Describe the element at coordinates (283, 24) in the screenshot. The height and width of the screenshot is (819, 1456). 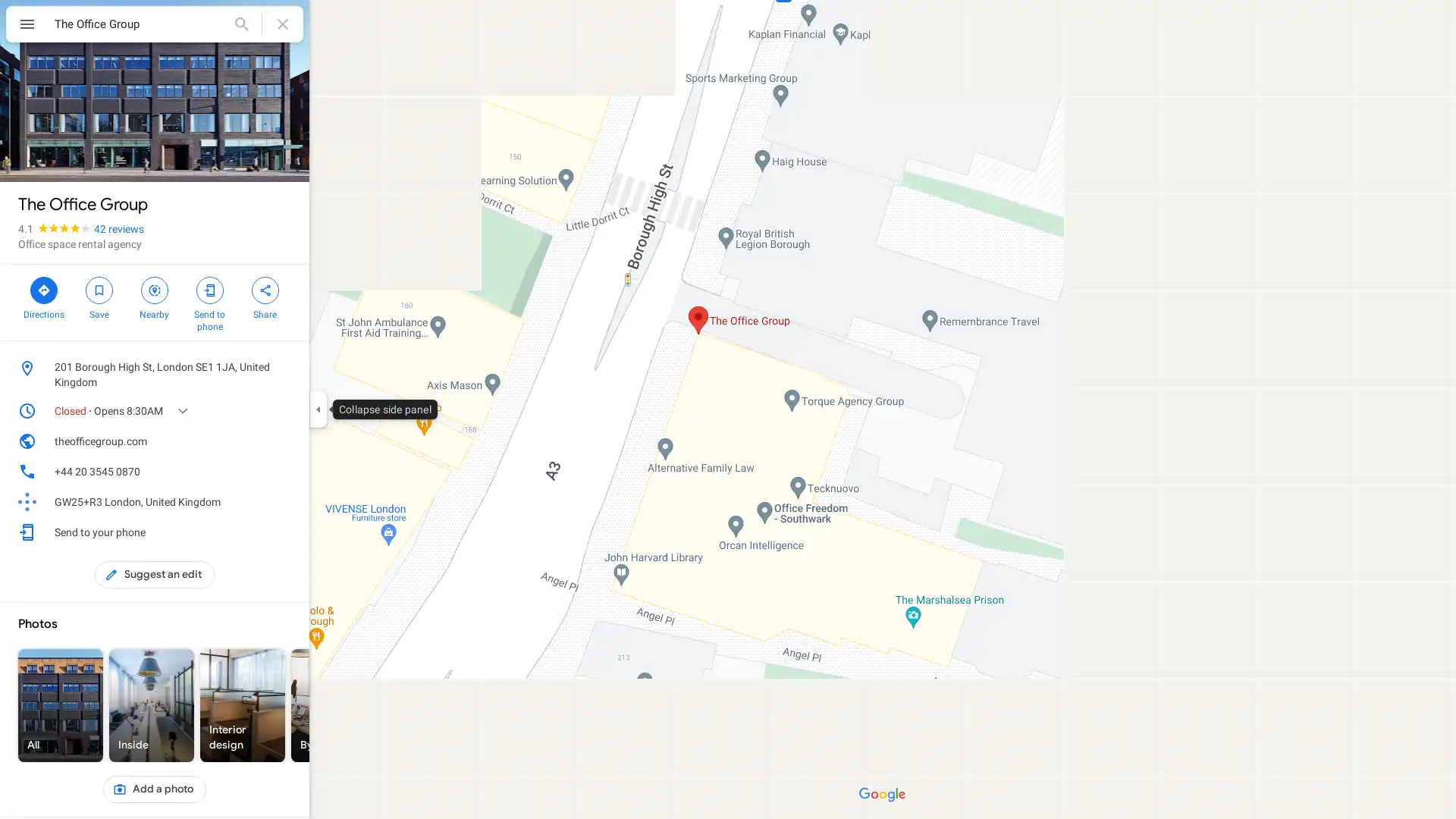
I see `Clear search` at that location.